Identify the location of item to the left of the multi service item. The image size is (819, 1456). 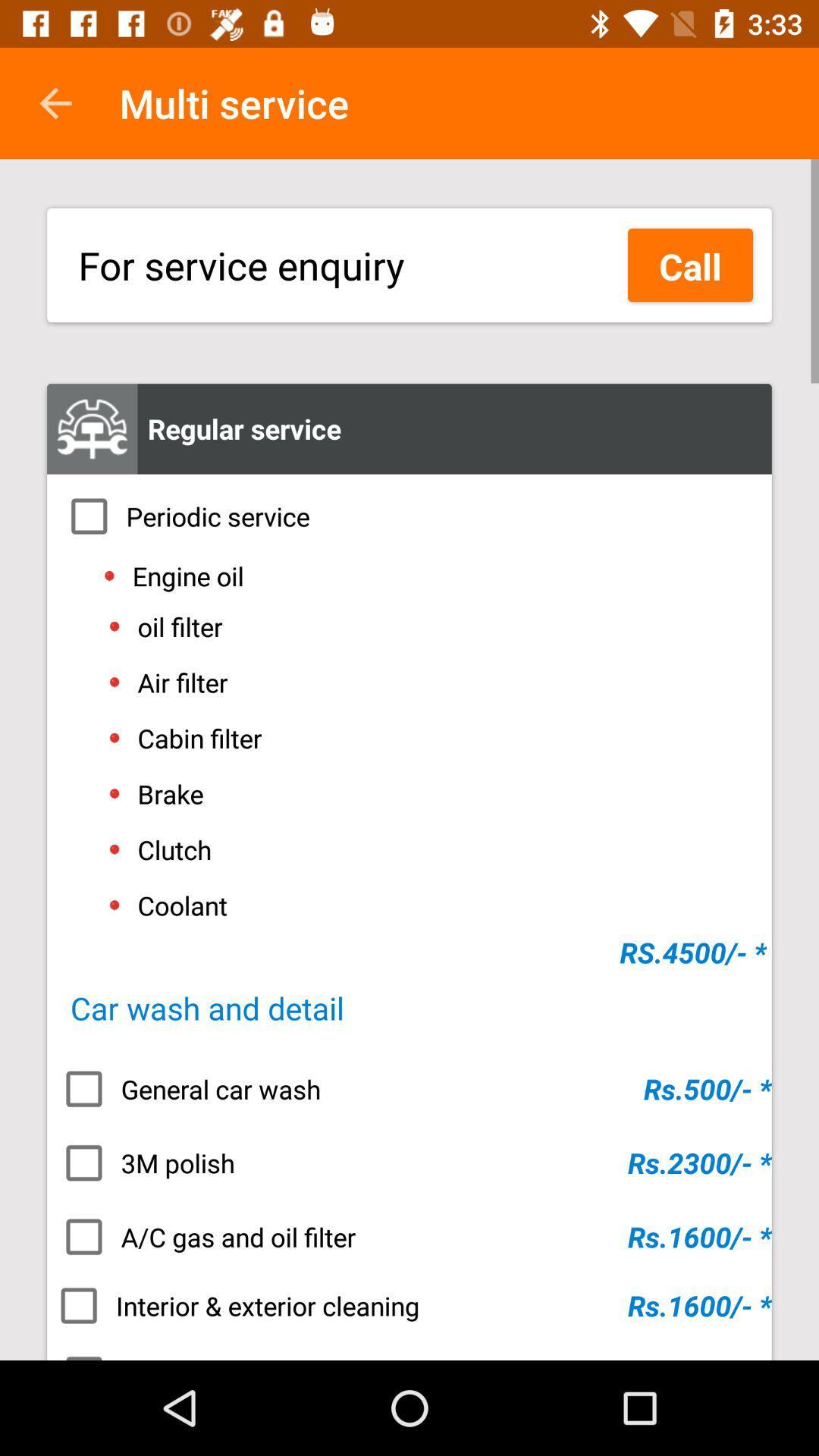
(55, 102).